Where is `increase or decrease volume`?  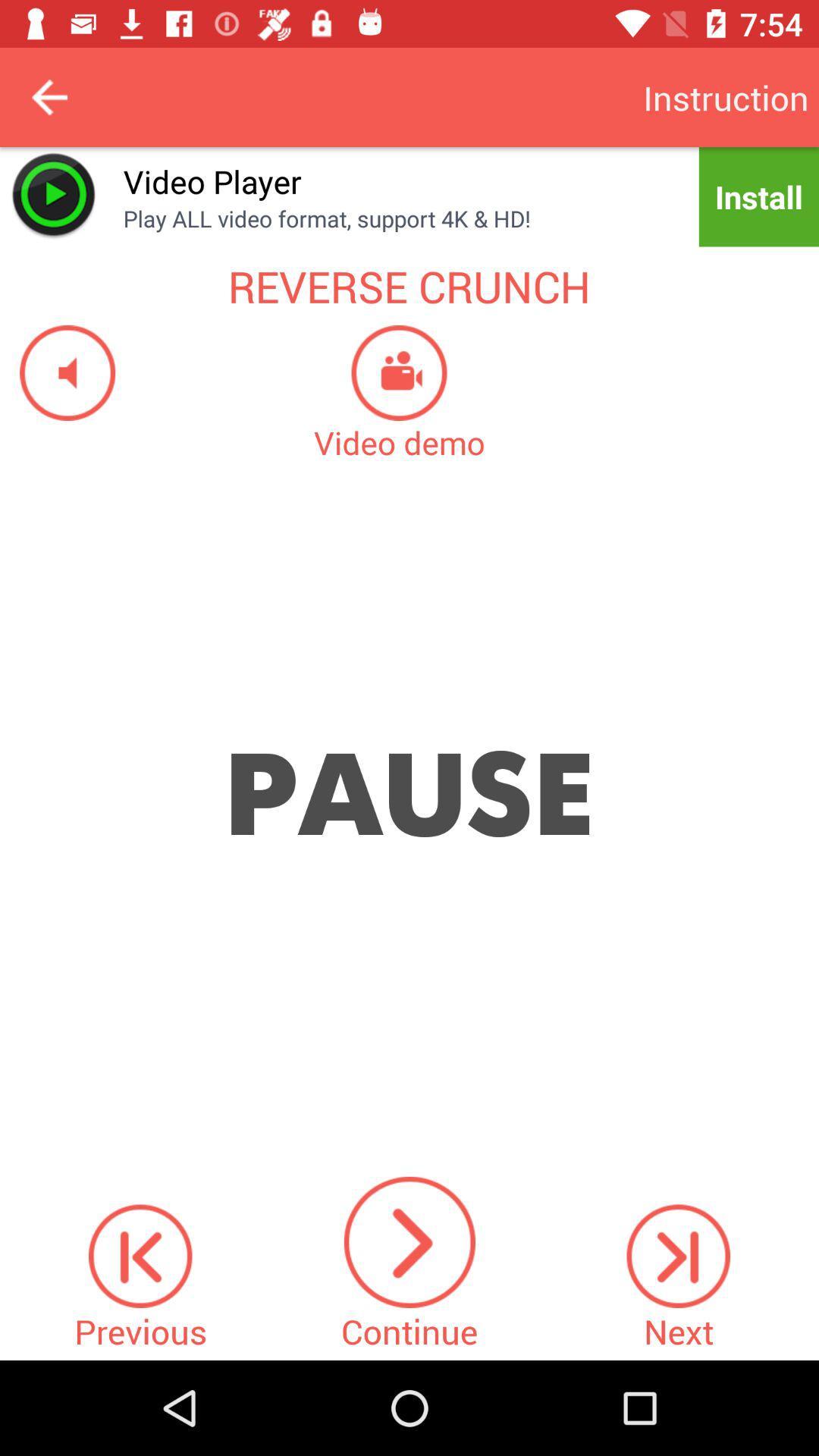 increase or decrease volume is located at coordinates (57, 372).